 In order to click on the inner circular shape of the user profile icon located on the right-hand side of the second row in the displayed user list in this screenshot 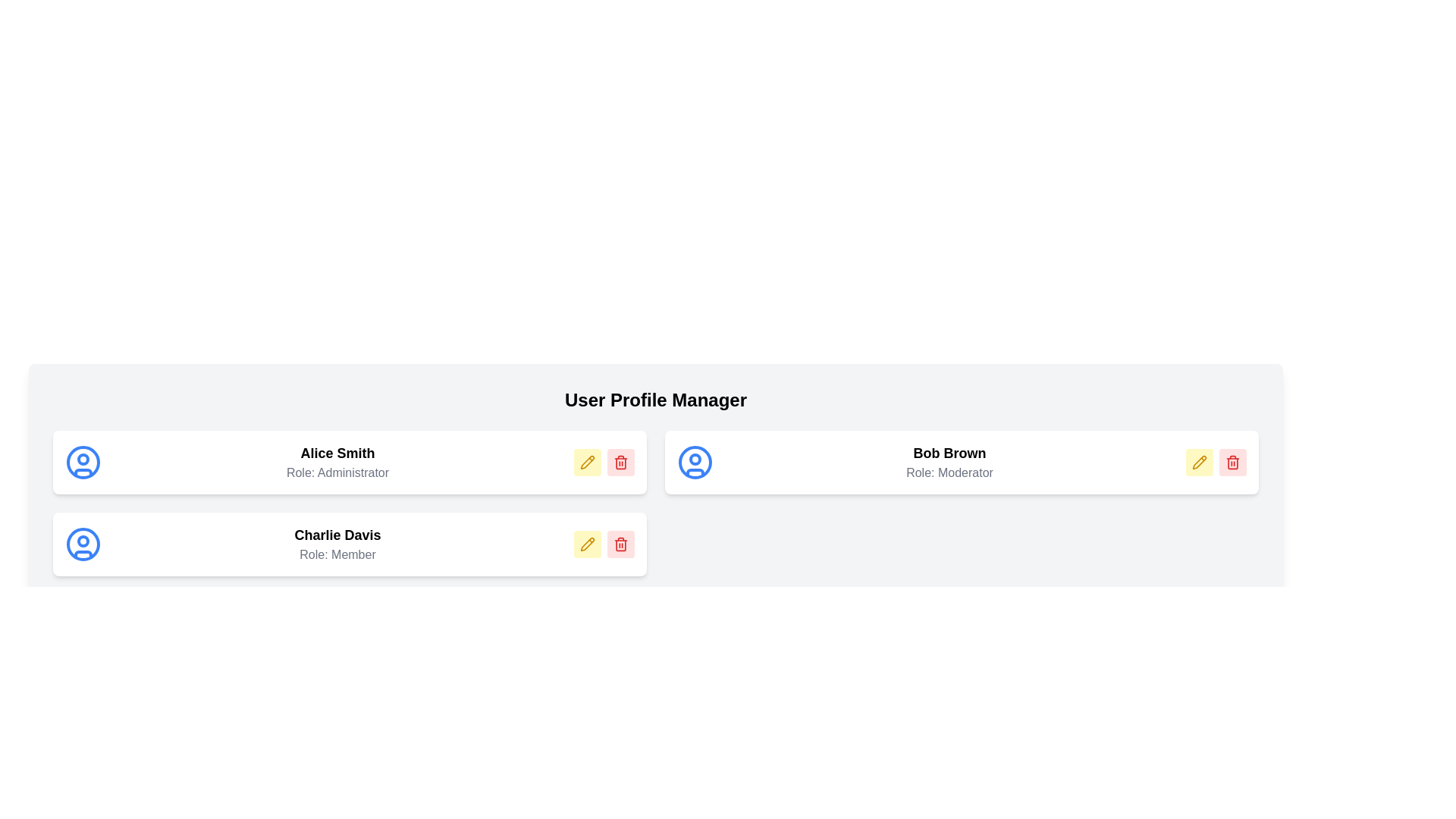, I will do `click(694, 458)`.